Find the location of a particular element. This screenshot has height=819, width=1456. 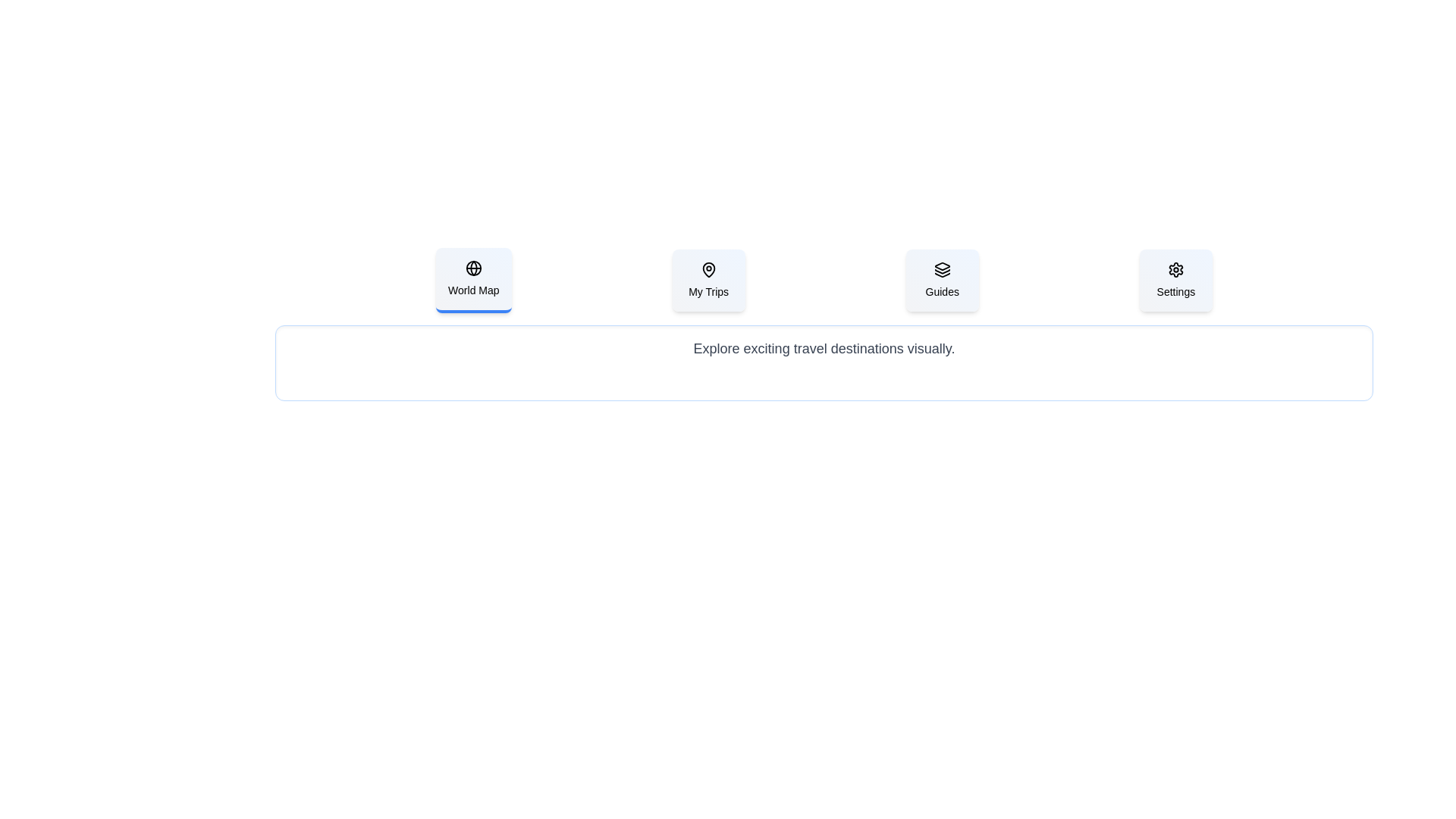

the tab labeled World Map to view its associated content is located at coordinates (472, 281).